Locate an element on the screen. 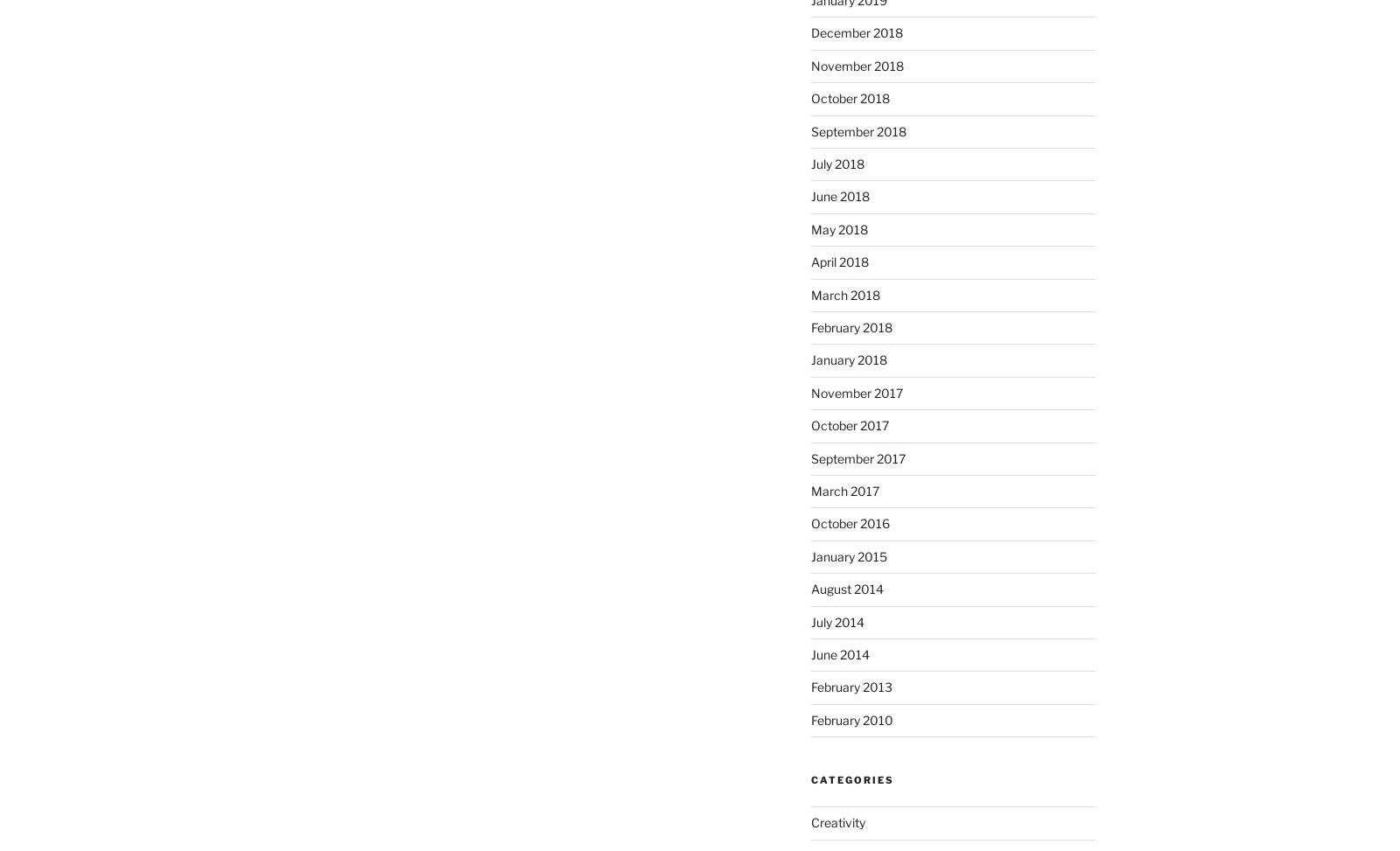  'July 2018' is located at coordinates (836, 164).